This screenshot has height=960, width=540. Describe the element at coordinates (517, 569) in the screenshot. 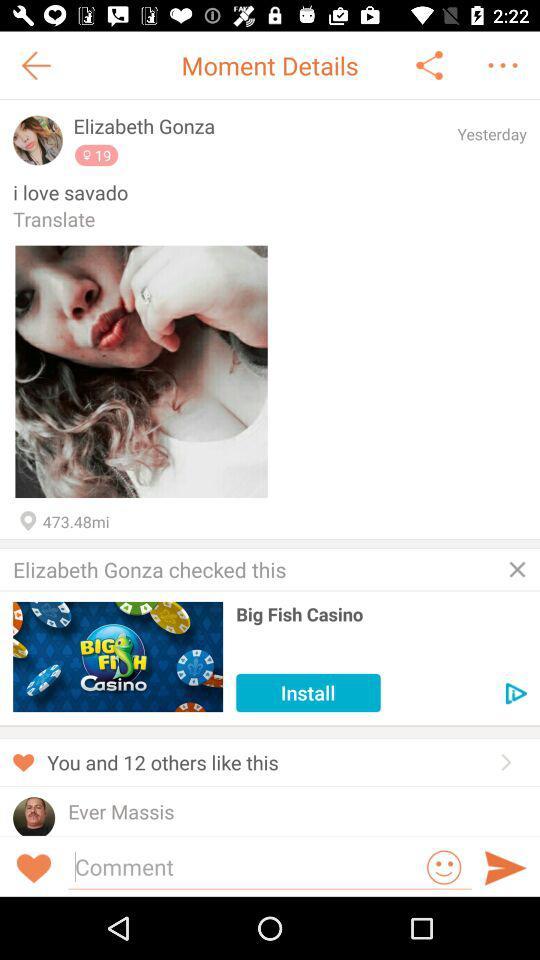

I see `hide moment` at that location.